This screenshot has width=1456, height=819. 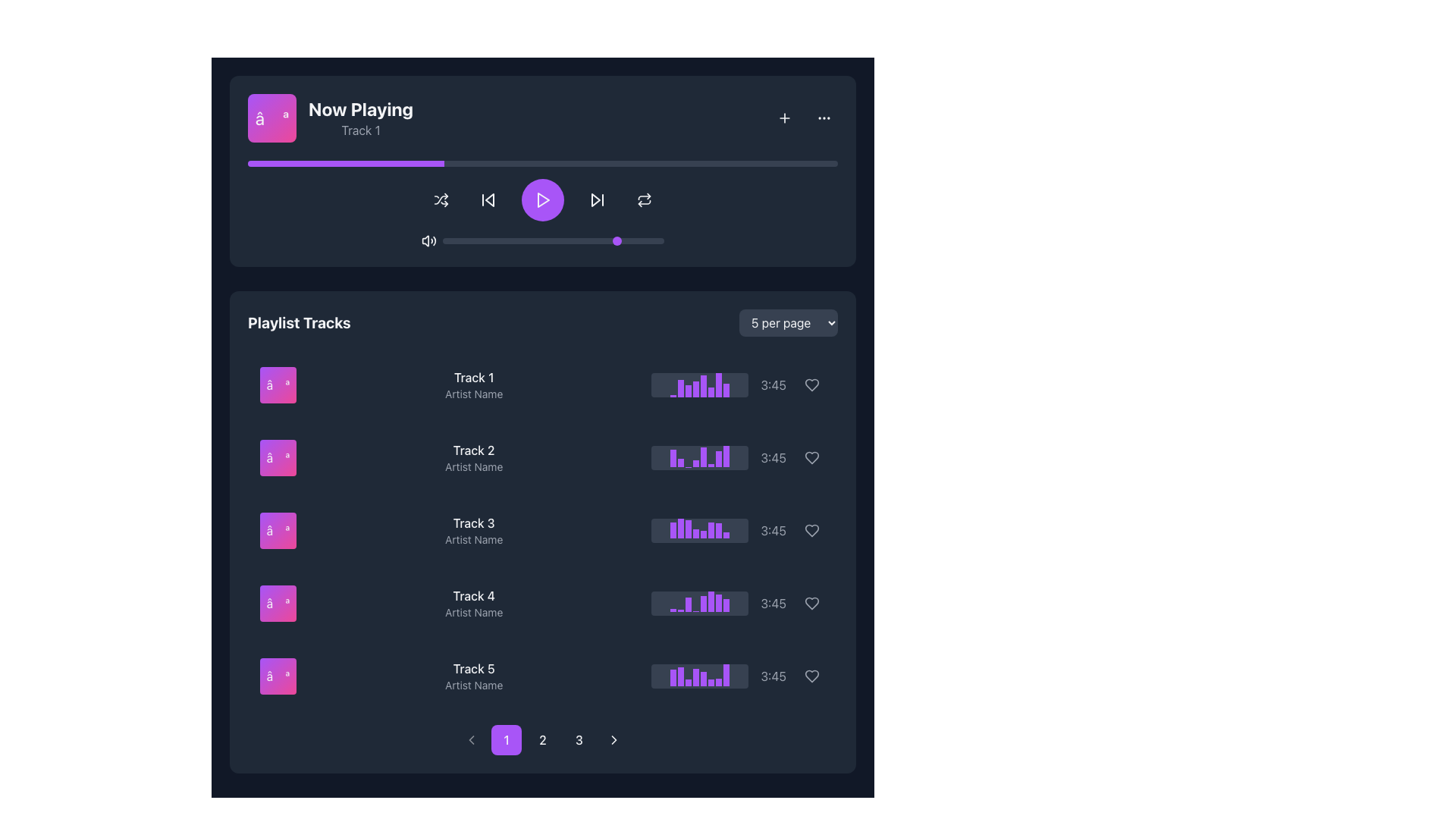 What do you see at coordinates (699, 529) in the screenshot?
I see `the static graphical indicator that represents audio amplitude or activity for the third track in the playlist, located between the track title and artist name on the left and the duration text '3:45' on the right` at bounding box center [699, 529].